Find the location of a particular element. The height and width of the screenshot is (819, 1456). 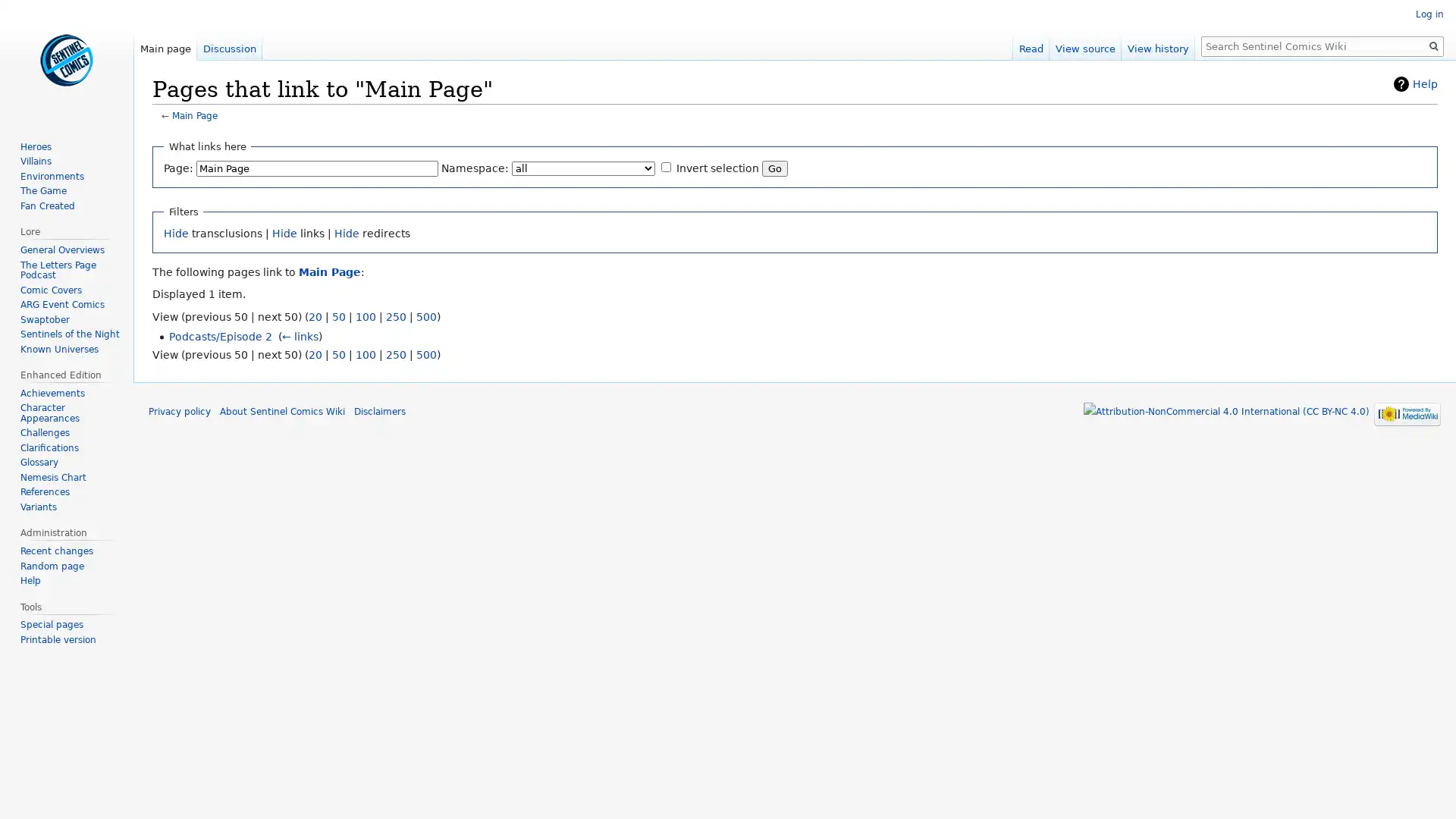

Go is located at coordinates (1433, 45).